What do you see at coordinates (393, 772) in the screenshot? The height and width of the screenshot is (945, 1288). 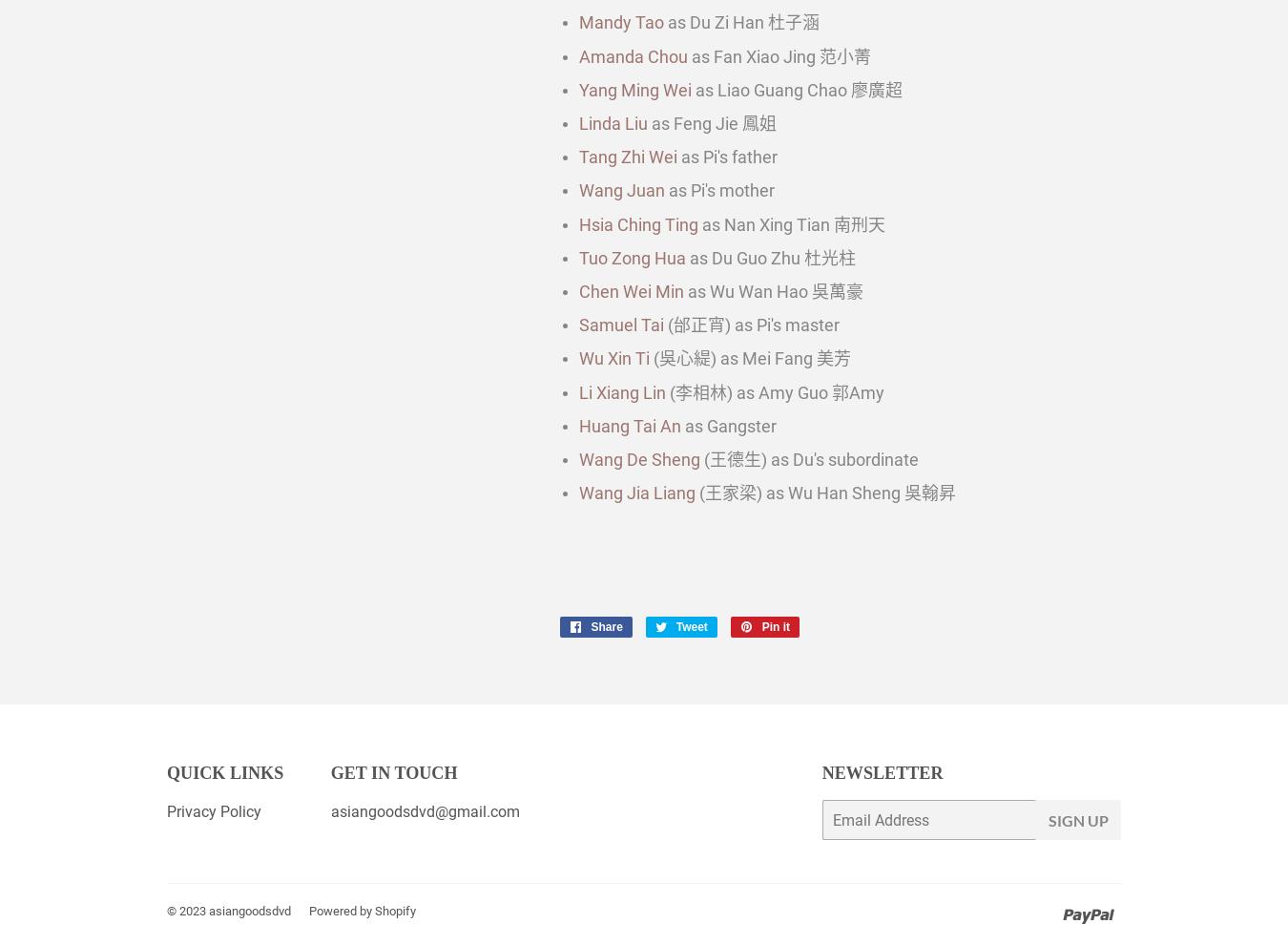 I see `'Get in touch'` at bounding box center [393, 772].